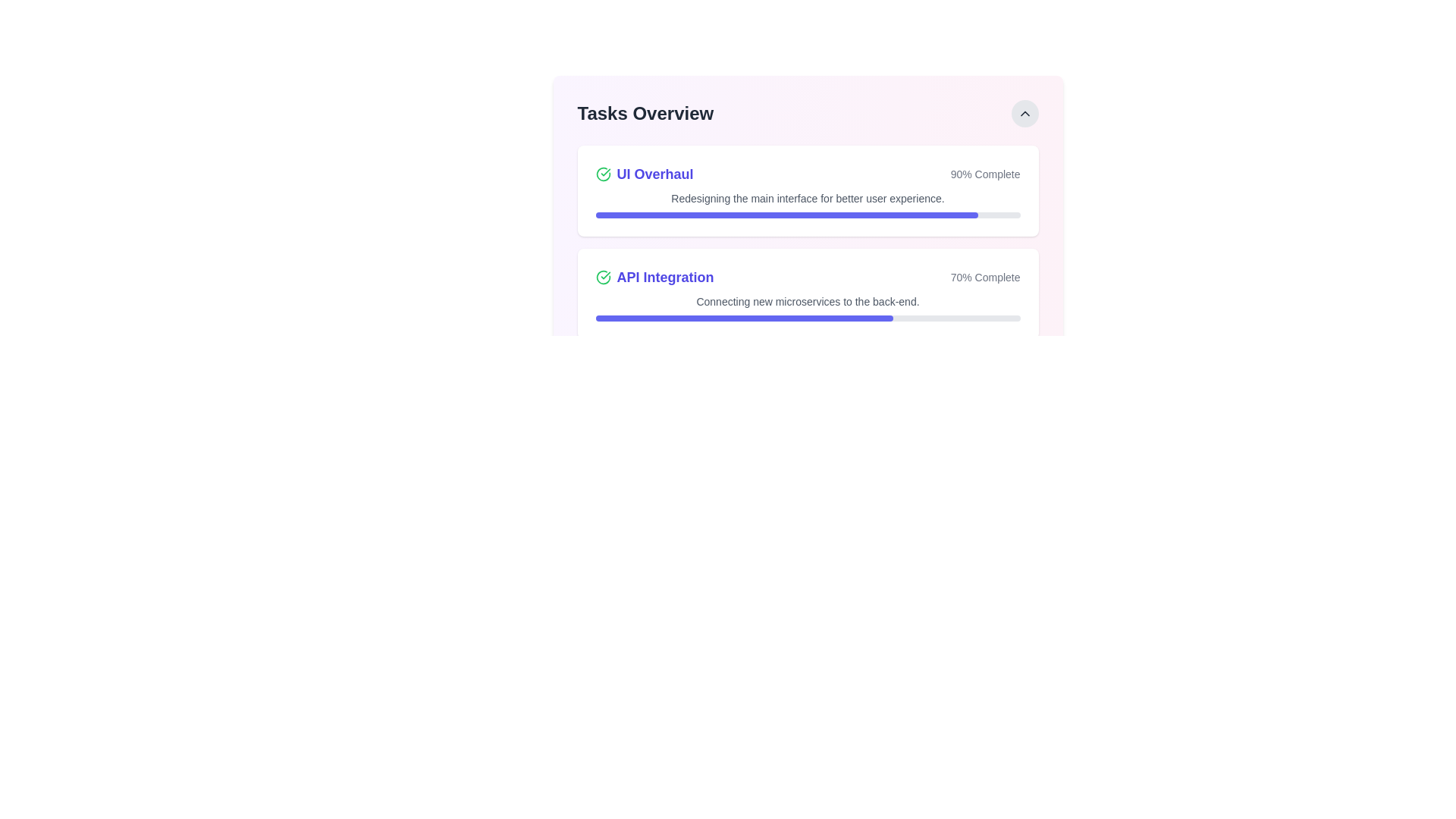 Image resolution: width=1456 pixels, height=819 pixels. What do you see at coordinates (644, 174) in the screenshot?
I see `the text field displaying 'UI Overhaul' which is styled with a bold, larger indigo font and has a green circle-check icon to its left, indicating completion` at bounding box center [644, 174].